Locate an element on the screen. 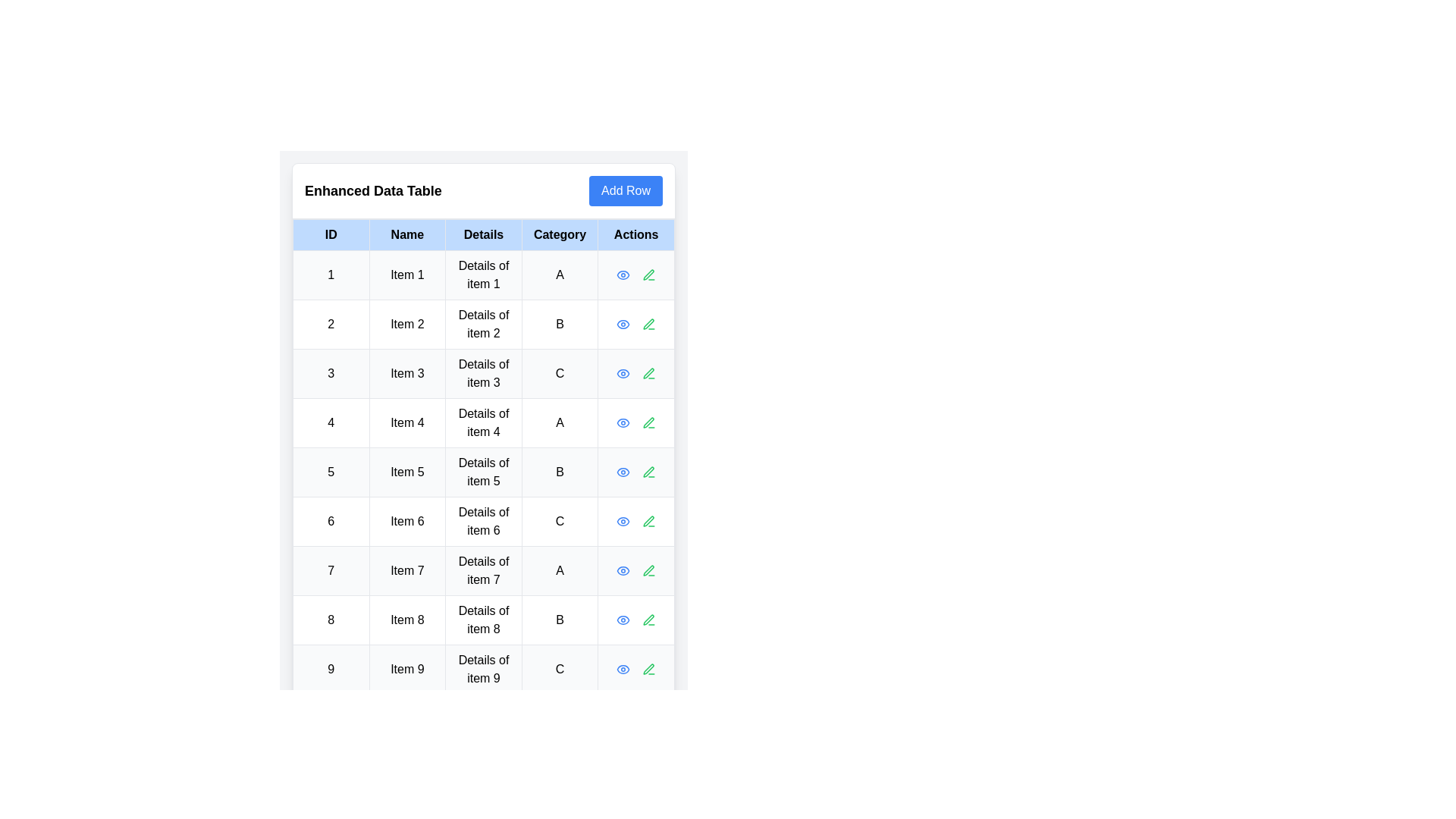 Image resolution: width=1456 pixels, height=819 pixels. the visibility toggle icon located in the fifth row of the table under the 'Actions' column, which is positioned before the edit icon is located at coordinates (623, 472).